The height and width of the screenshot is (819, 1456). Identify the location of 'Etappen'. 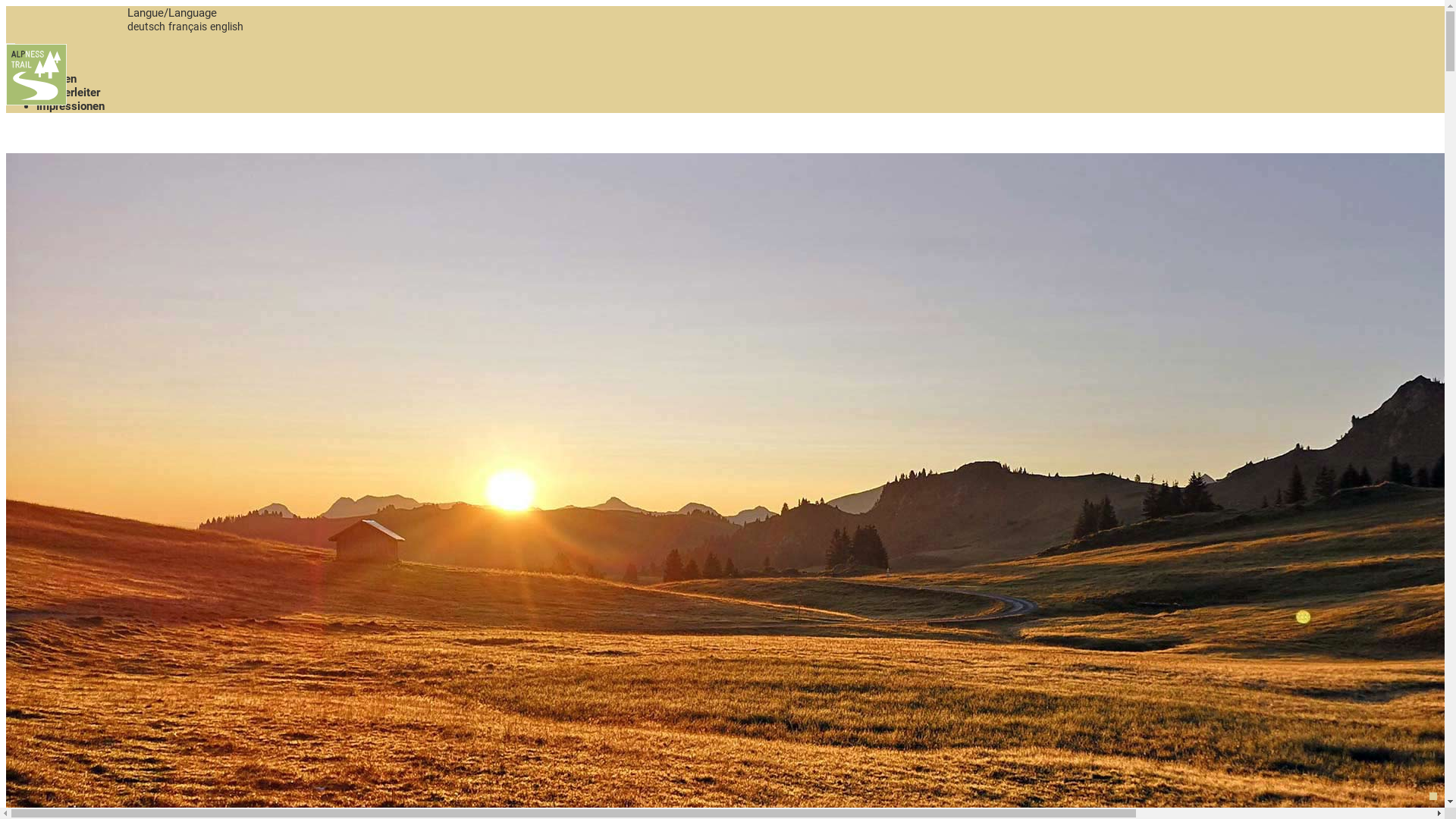
(56, 79).